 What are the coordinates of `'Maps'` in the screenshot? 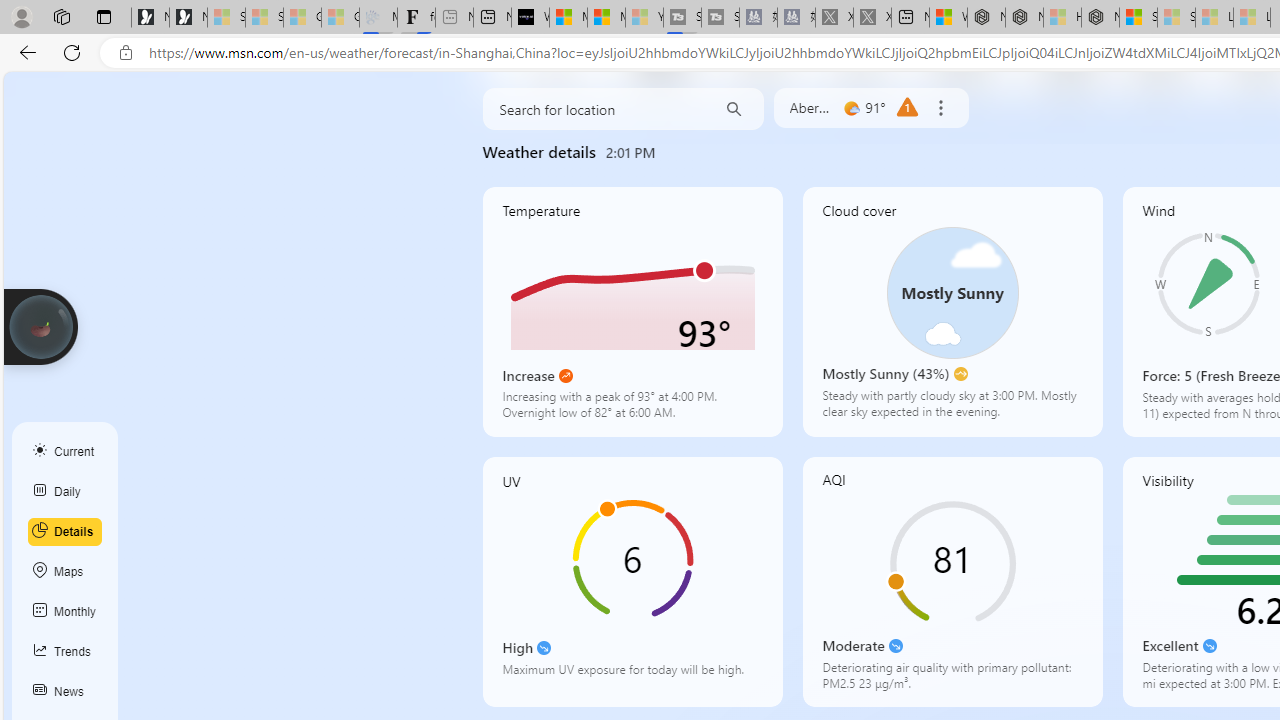 It's located at (65, 572).